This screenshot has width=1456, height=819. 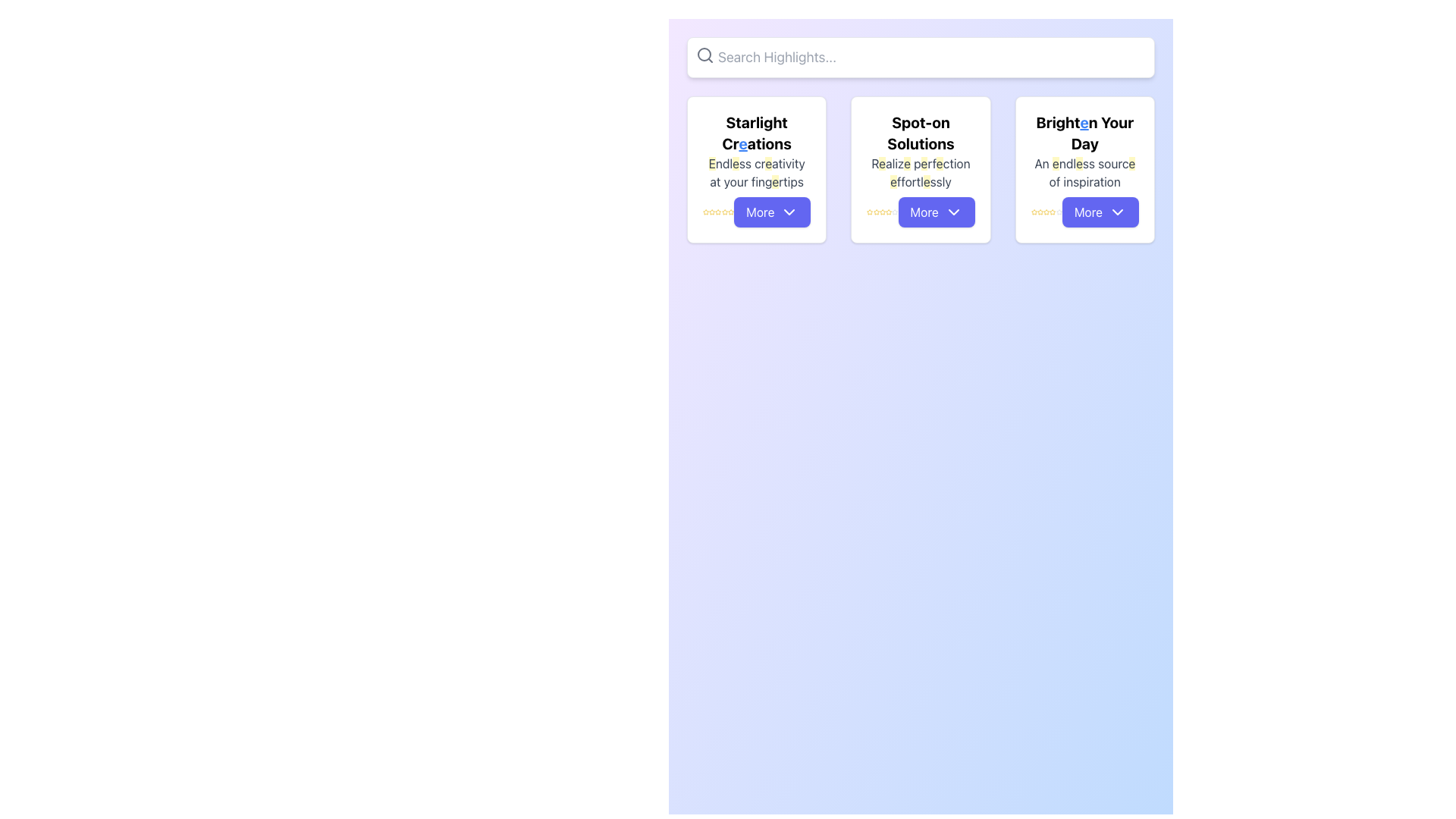 I want to click on the fifth yellow star icon representing a rating in the 'Starlight Creations' card, so click(x=717, y=212).